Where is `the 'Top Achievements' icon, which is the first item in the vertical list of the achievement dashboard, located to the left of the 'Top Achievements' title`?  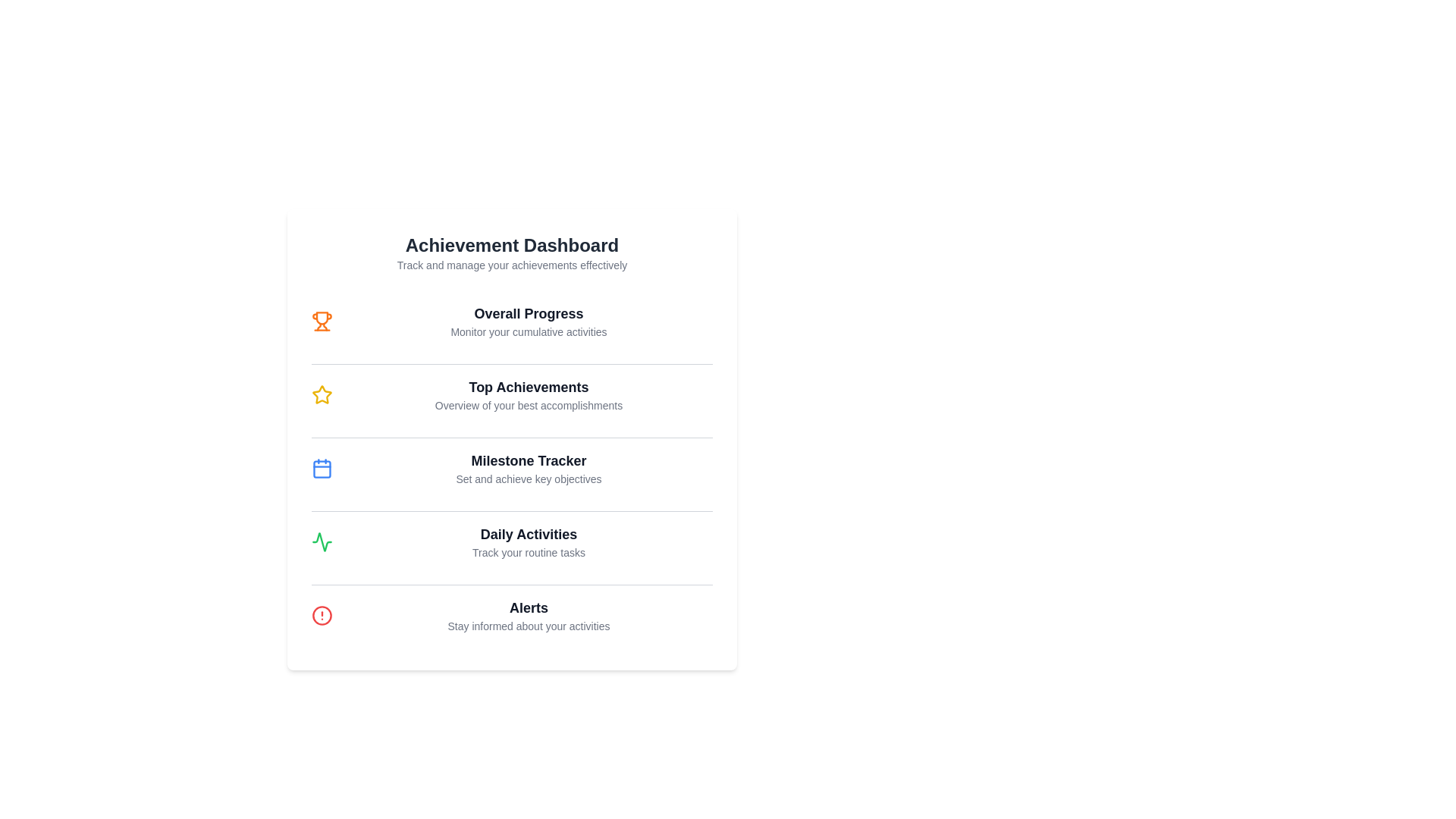 the 'Top Achievements' icon, which is the first item in the vertical list of the achievement dashboard, located to the left of the 'Top Achievements' title is located at coordinates (322, 394).